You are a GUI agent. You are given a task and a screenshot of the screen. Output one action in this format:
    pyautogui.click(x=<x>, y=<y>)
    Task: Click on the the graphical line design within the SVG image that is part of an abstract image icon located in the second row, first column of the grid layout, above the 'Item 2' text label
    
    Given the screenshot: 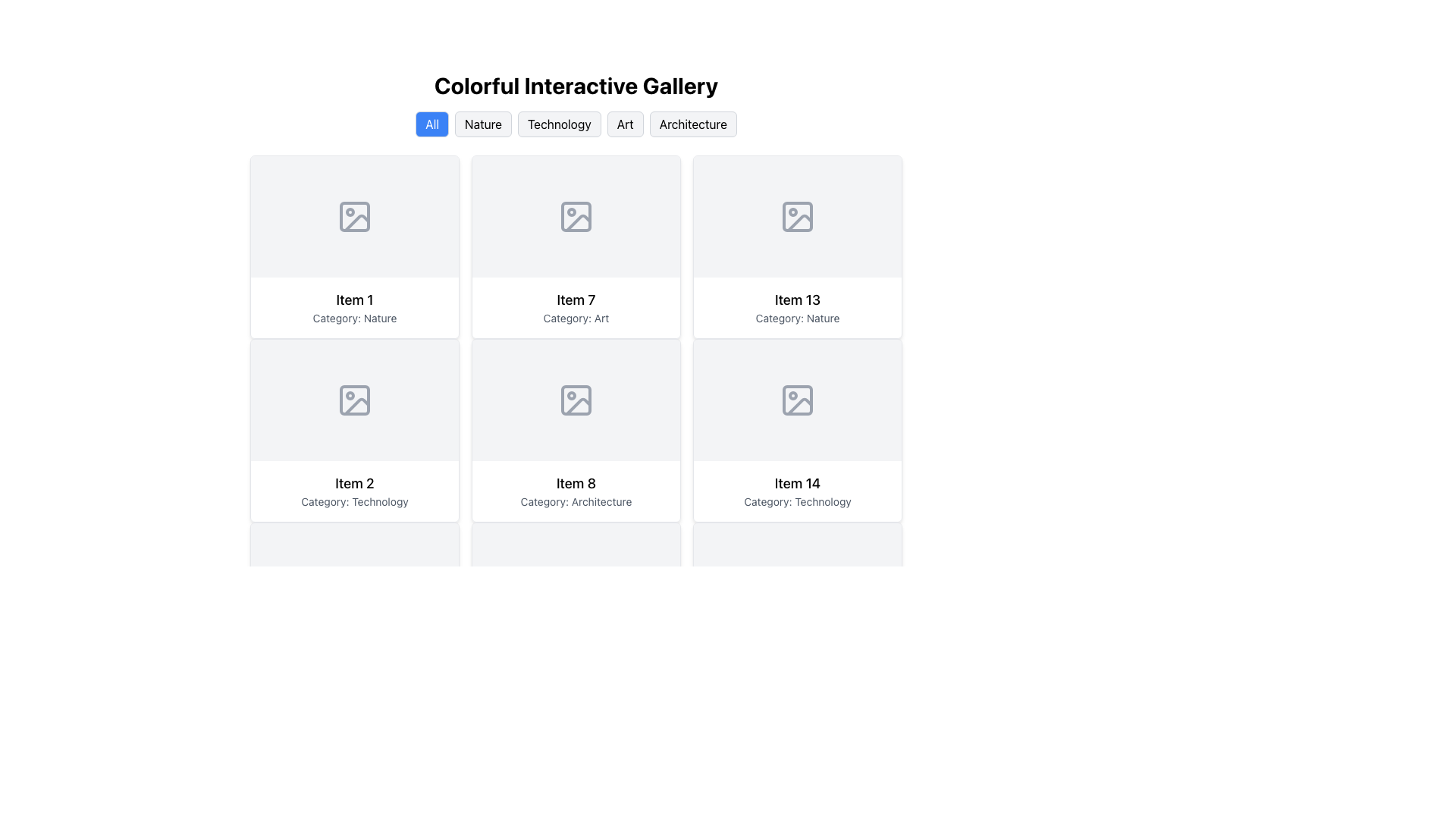 What is the action you would take?
    pyautogui.click(x=356, y=406)
    